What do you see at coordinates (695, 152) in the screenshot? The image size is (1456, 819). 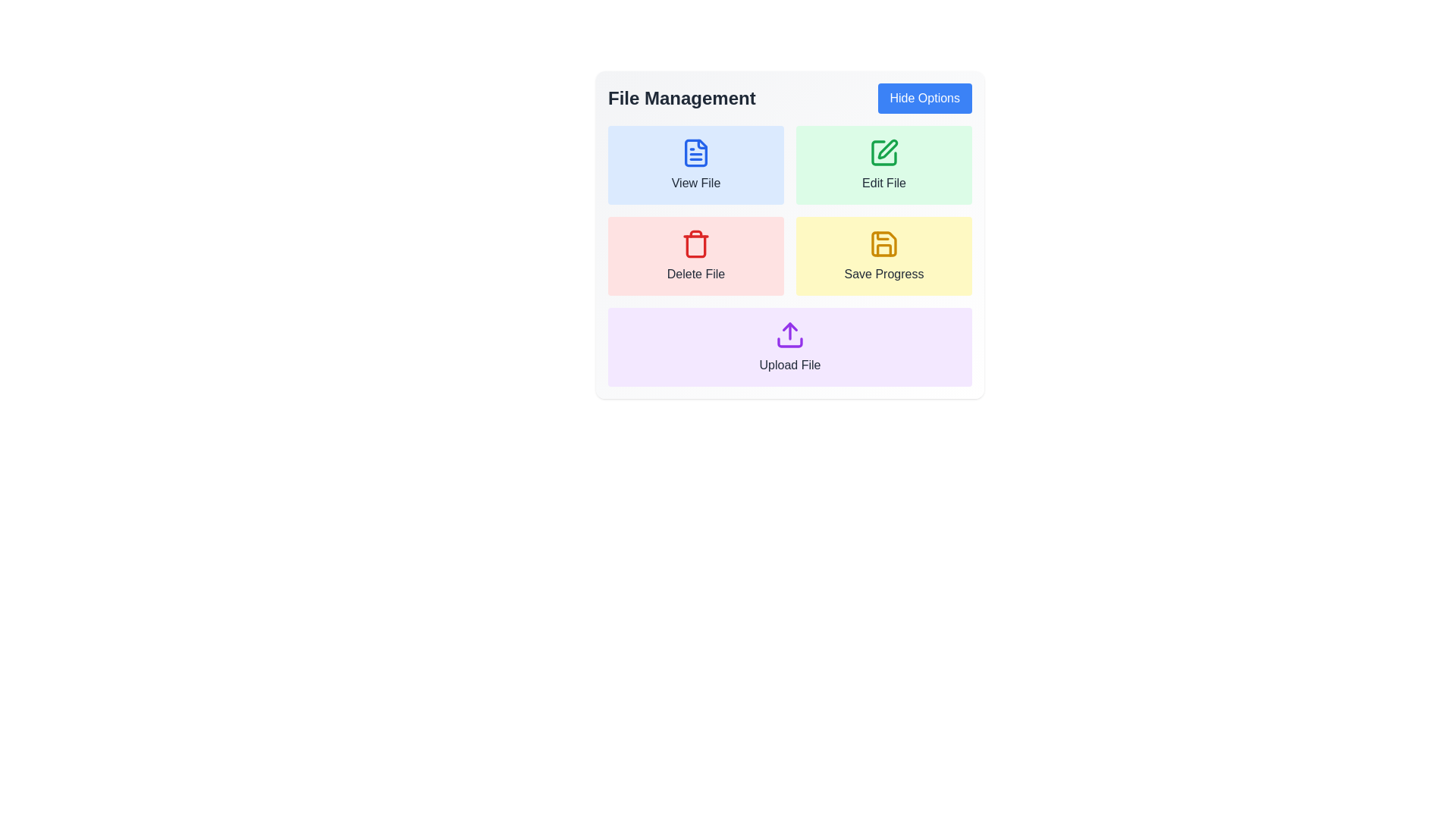 I see `the 'View File' icon located in the top left corner of the 'File Management' section, which allows users` at bounding box center [695, 152].